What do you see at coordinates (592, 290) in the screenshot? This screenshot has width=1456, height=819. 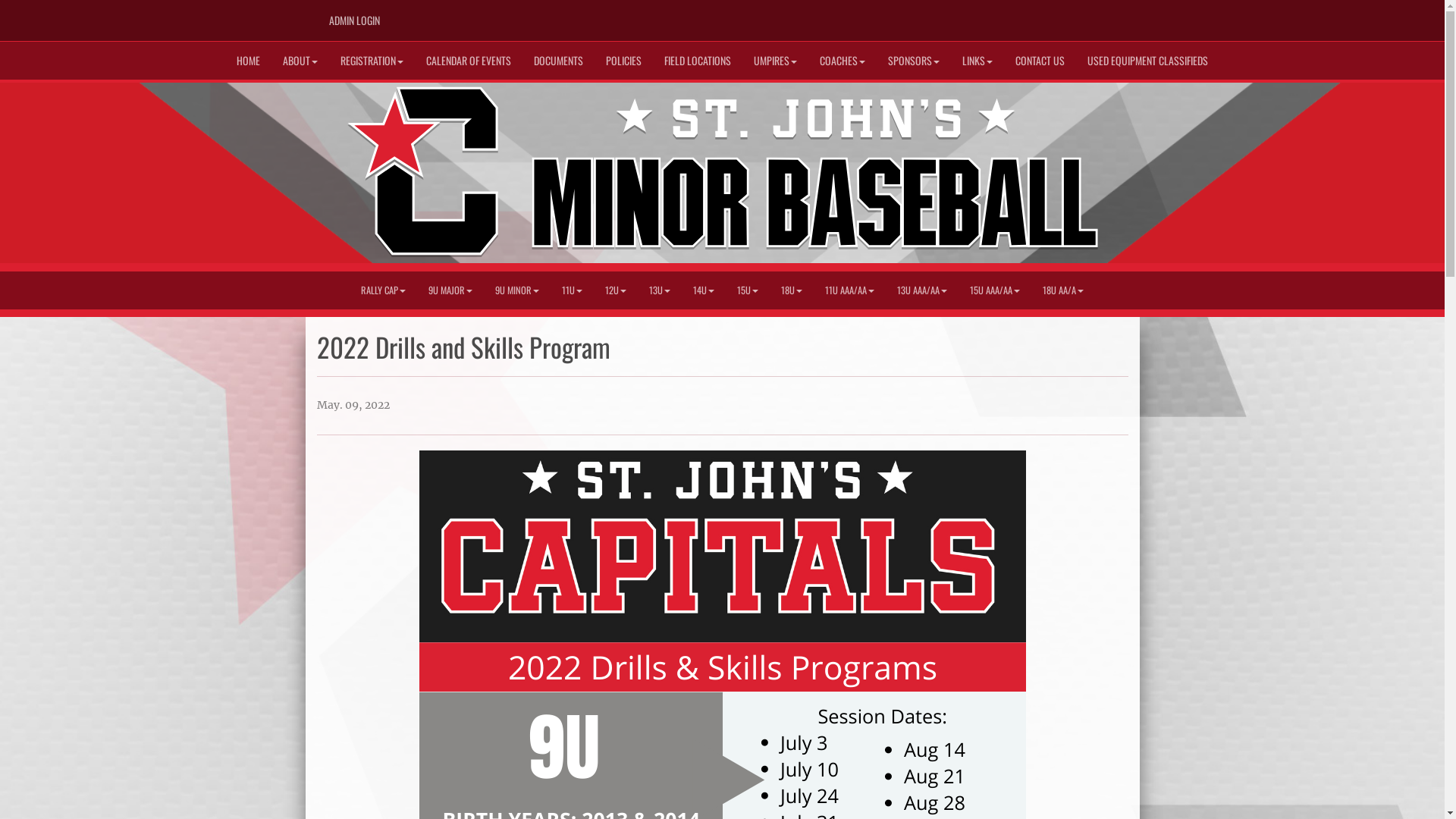 I see `'12U'` at bounding box center [592, 290].